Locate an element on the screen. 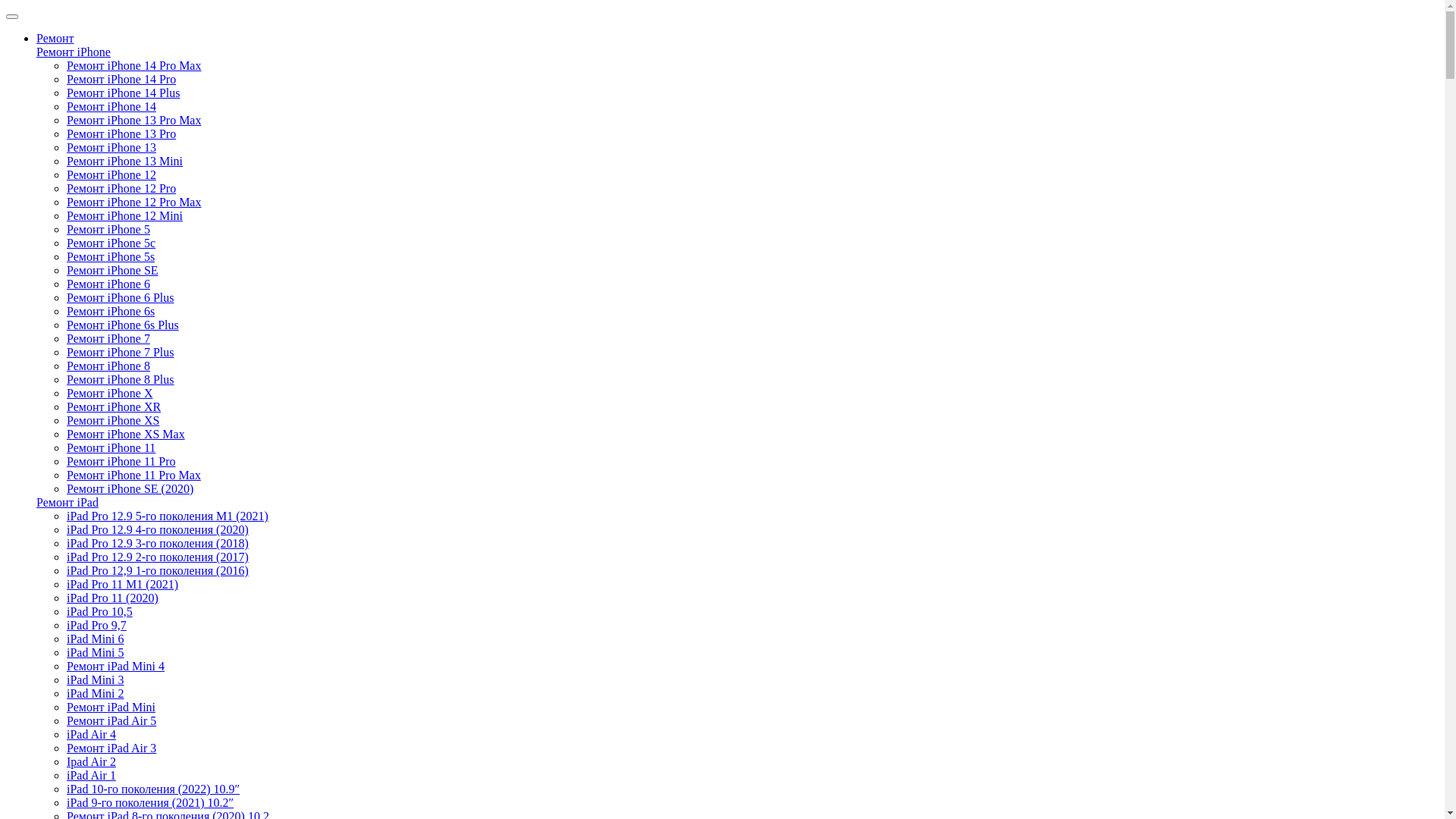 This screenshot has height=819, width=1456. 'iPad Pro 9,7' is located at coordinates (96, 625).